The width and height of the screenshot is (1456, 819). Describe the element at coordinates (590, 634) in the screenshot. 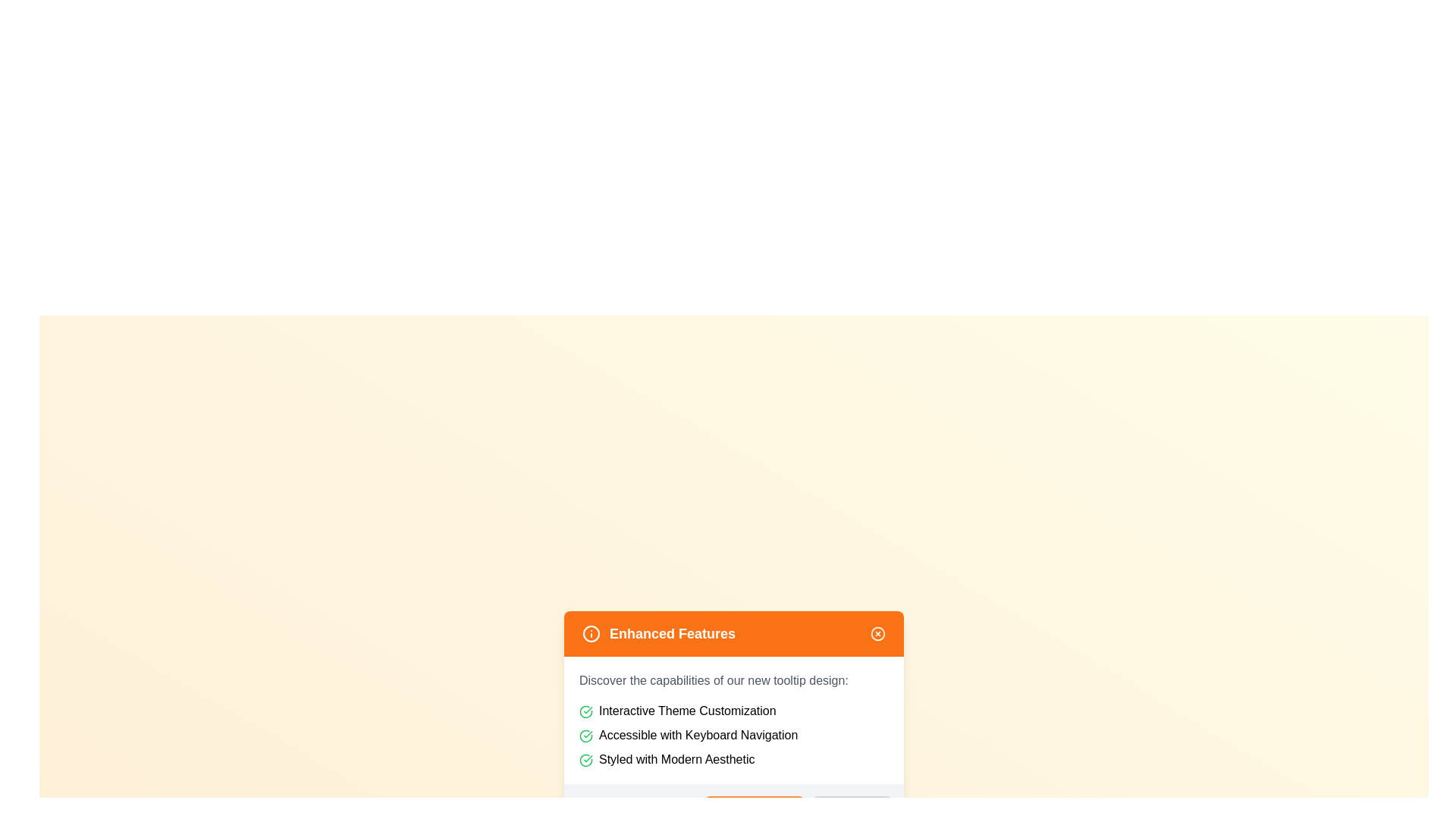

I see `the informational icon located` at that location.